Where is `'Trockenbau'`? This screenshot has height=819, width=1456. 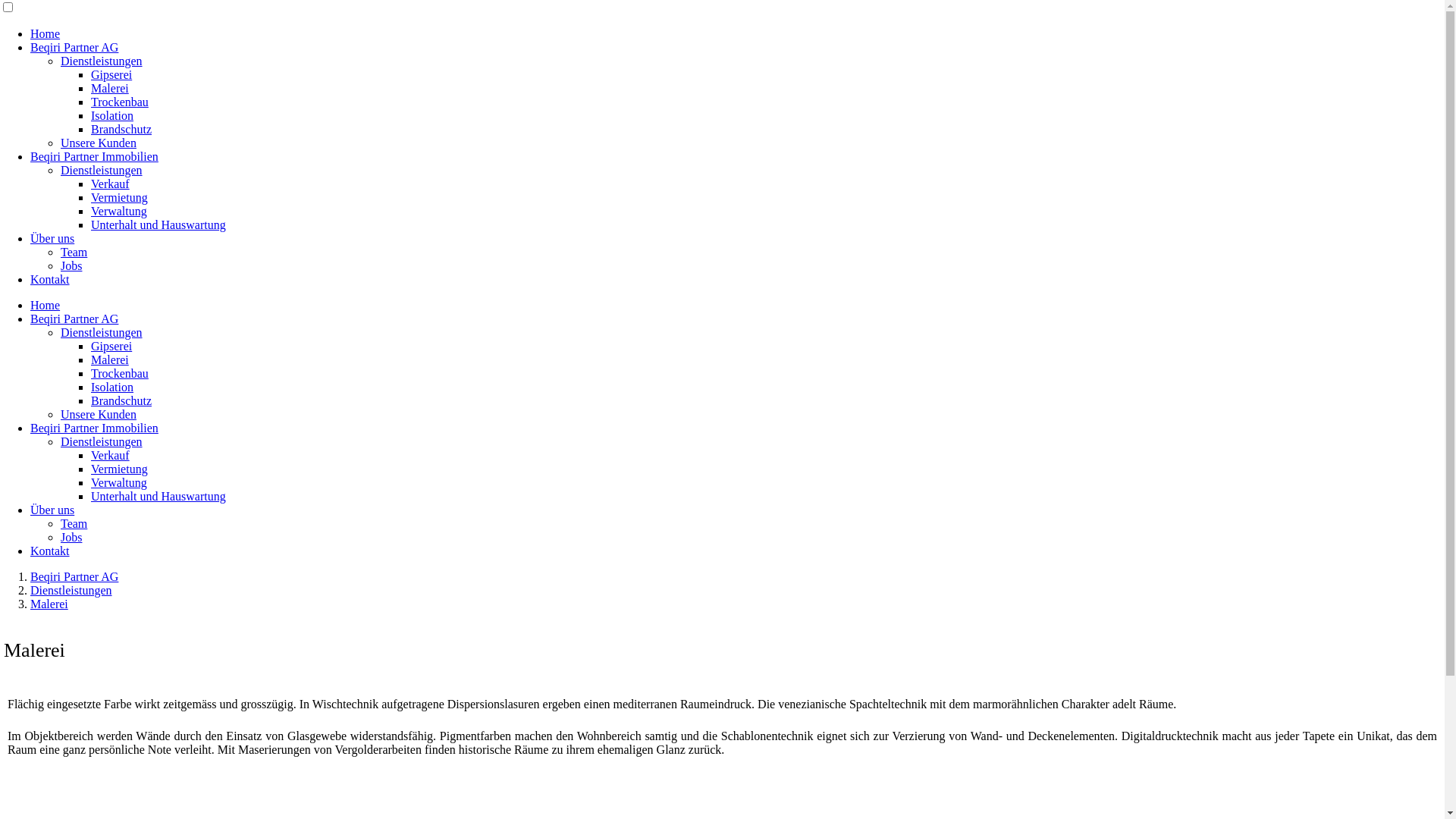 'Trockenbau' is located at coordinates (119, 102).